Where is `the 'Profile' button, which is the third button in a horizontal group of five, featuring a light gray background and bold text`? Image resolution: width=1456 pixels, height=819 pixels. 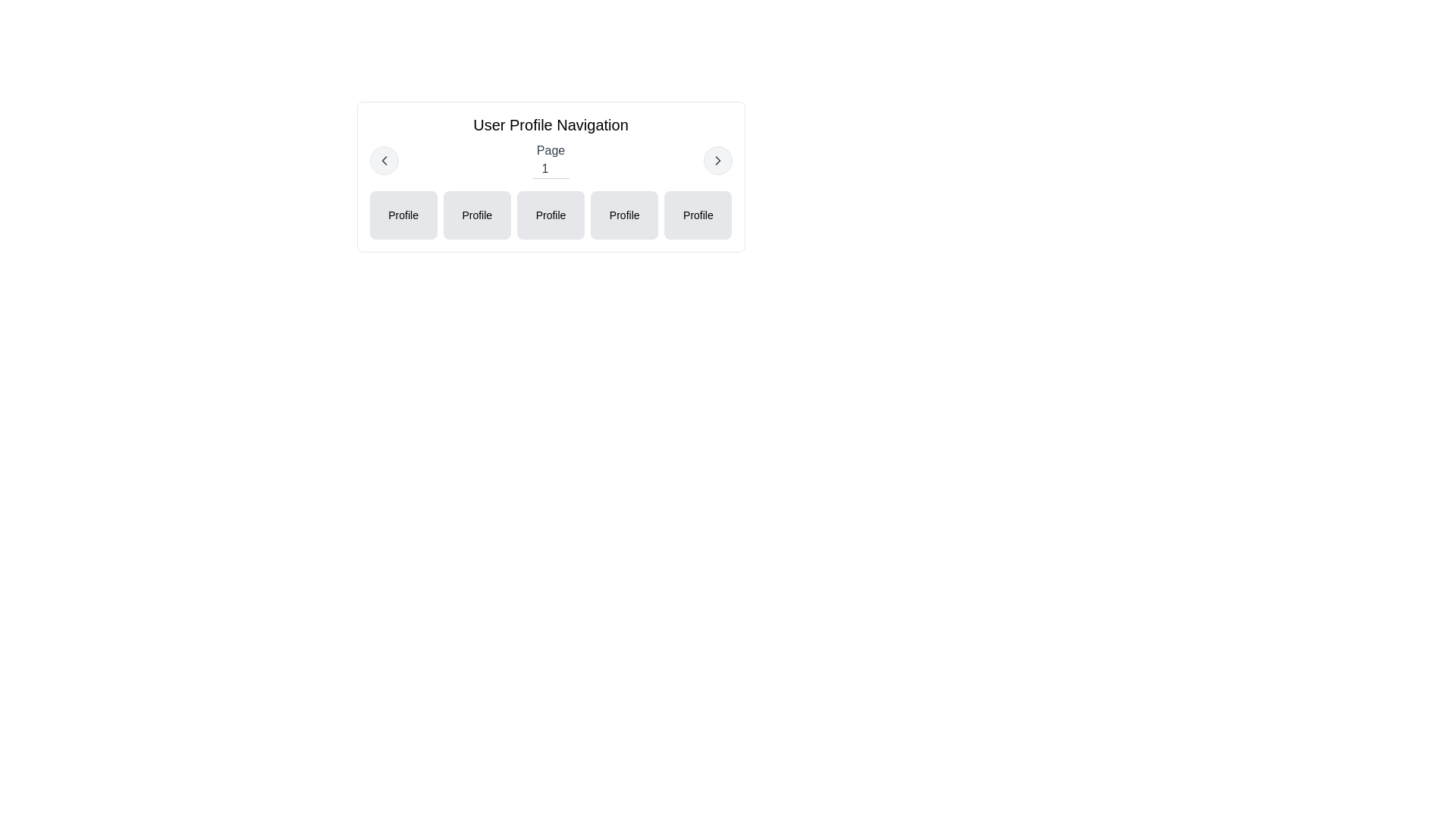 the 'Profile' button, which is the third button in a horizontal group of five, featuring a light gray background and bold text is located at coordinates (550, 215).